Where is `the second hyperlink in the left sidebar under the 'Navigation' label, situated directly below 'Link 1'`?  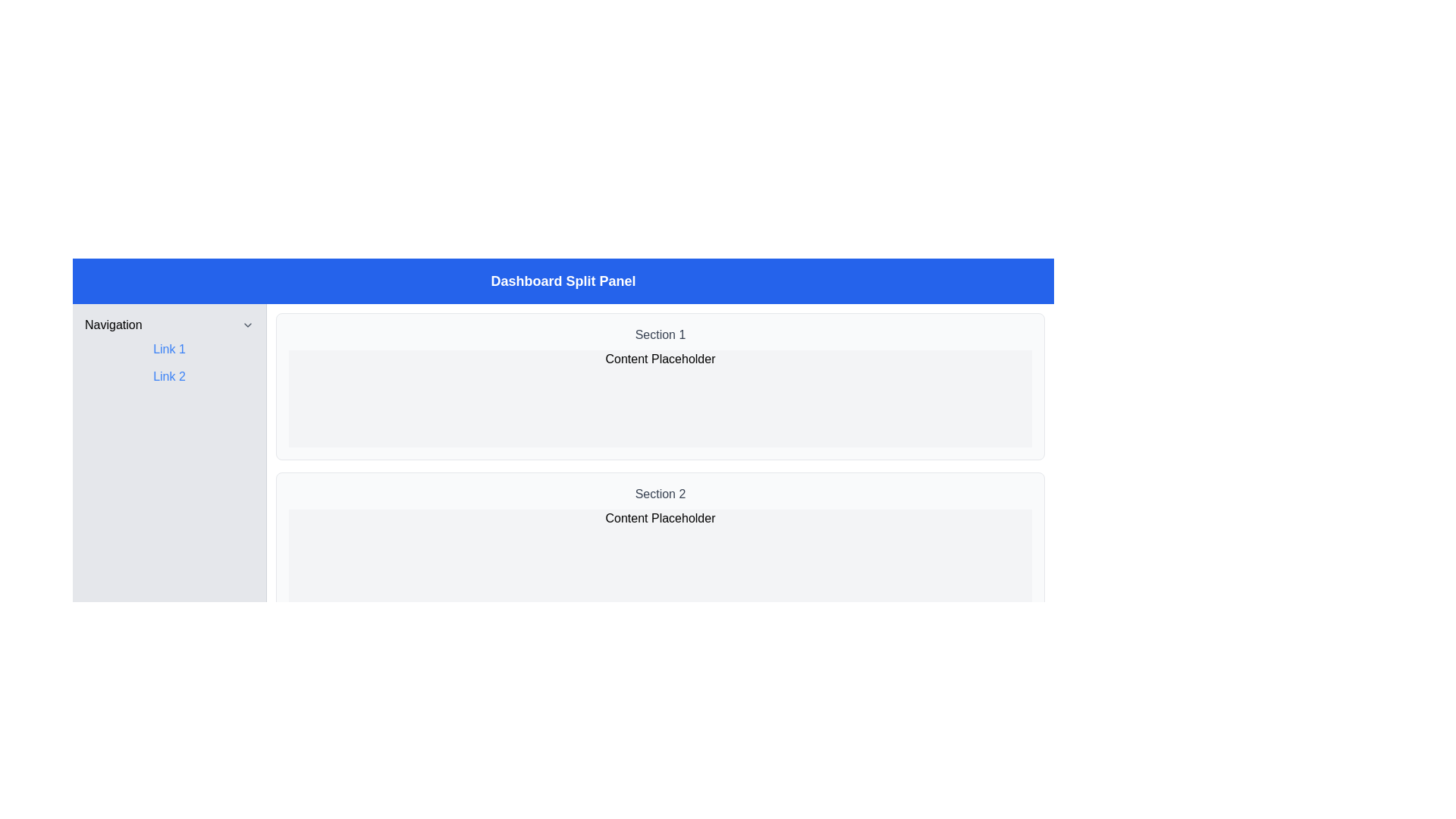 the second hyperlink in the left sidebar under the 'Navigation' label, situated directly below 'Link 1' is located at coordinates (169, 376).